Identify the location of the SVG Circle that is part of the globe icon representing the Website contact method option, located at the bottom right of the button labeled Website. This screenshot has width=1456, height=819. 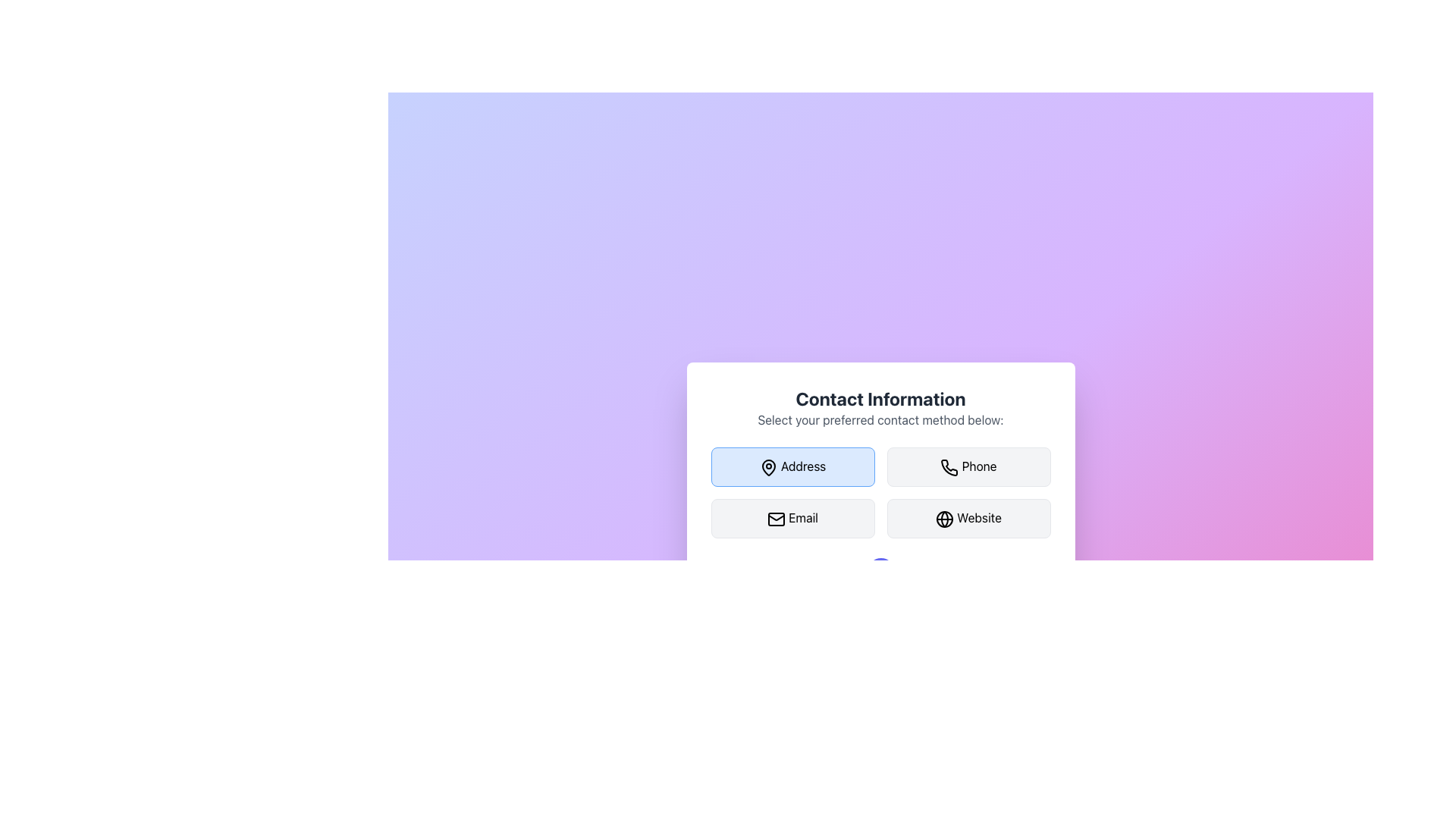
(944, 518).